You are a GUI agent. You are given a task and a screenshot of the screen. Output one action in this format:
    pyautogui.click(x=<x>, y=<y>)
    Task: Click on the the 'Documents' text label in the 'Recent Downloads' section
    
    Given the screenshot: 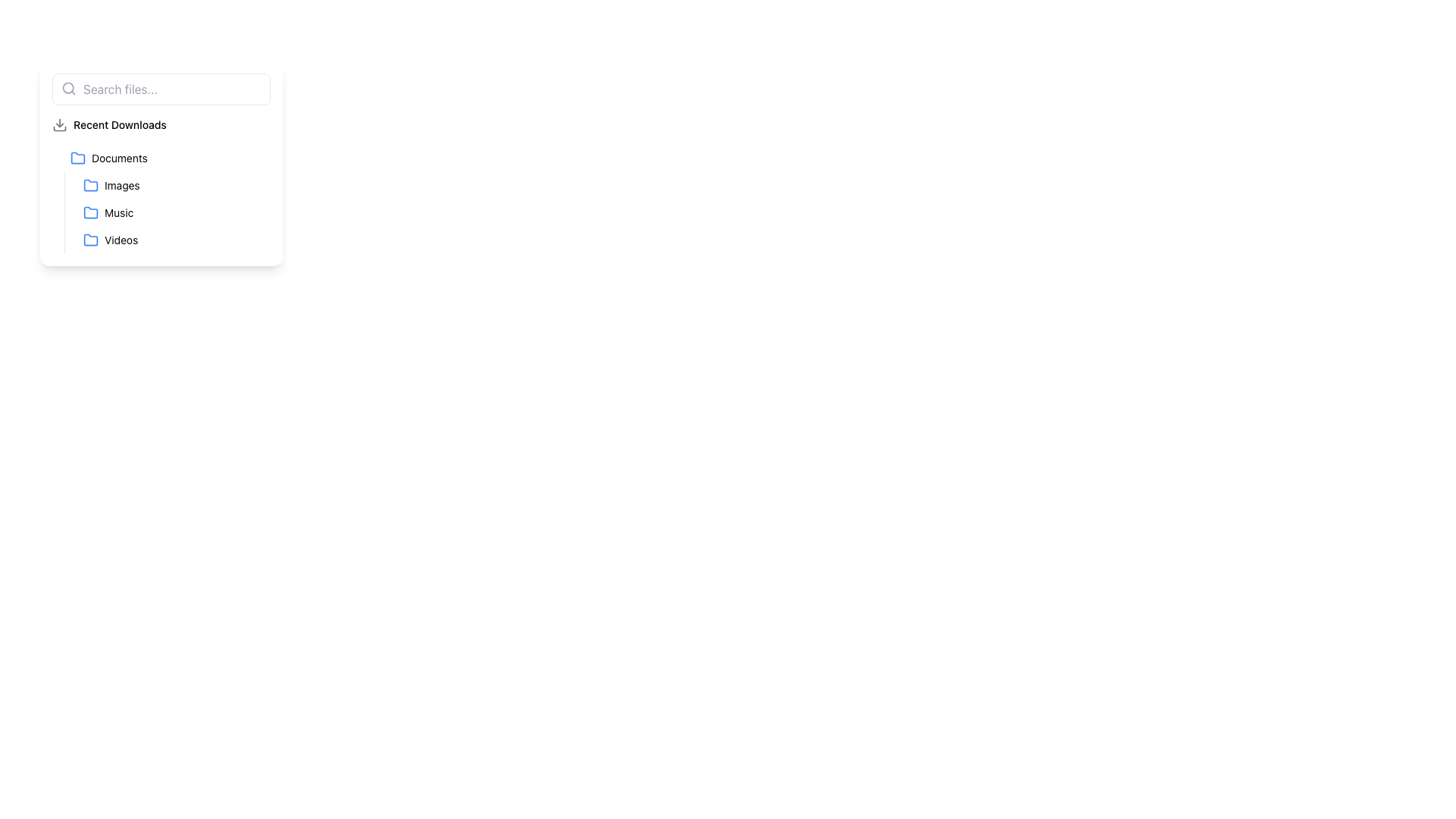 What is the action you would take?
    pyautogui.click(x=118, y=158)
    